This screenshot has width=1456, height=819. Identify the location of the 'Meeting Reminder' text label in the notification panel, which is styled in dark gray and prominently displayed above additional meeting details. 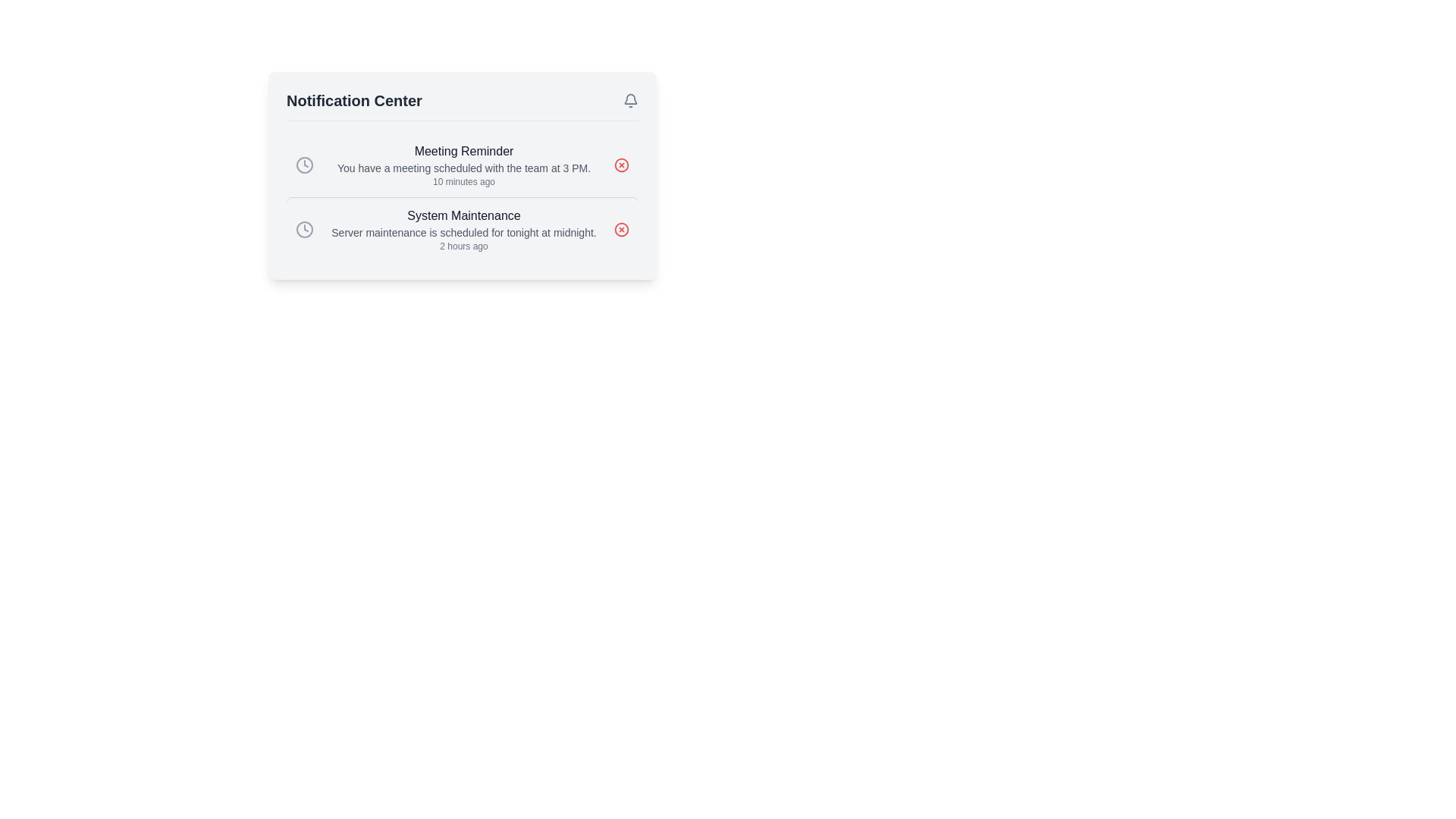
(463, 152).